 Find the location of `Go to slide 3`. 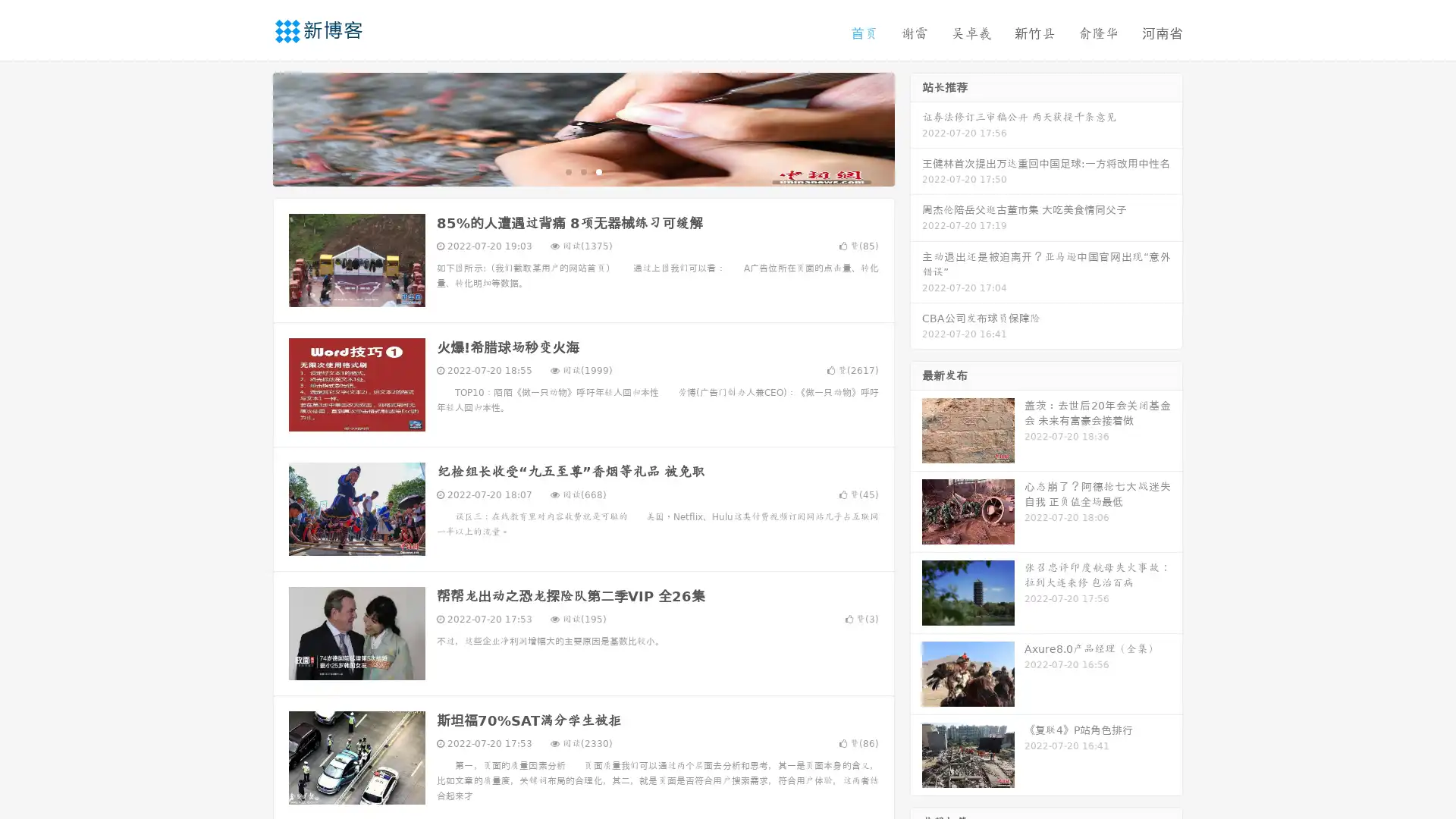

Go to slide 3 is located at coordinates (598, 171).